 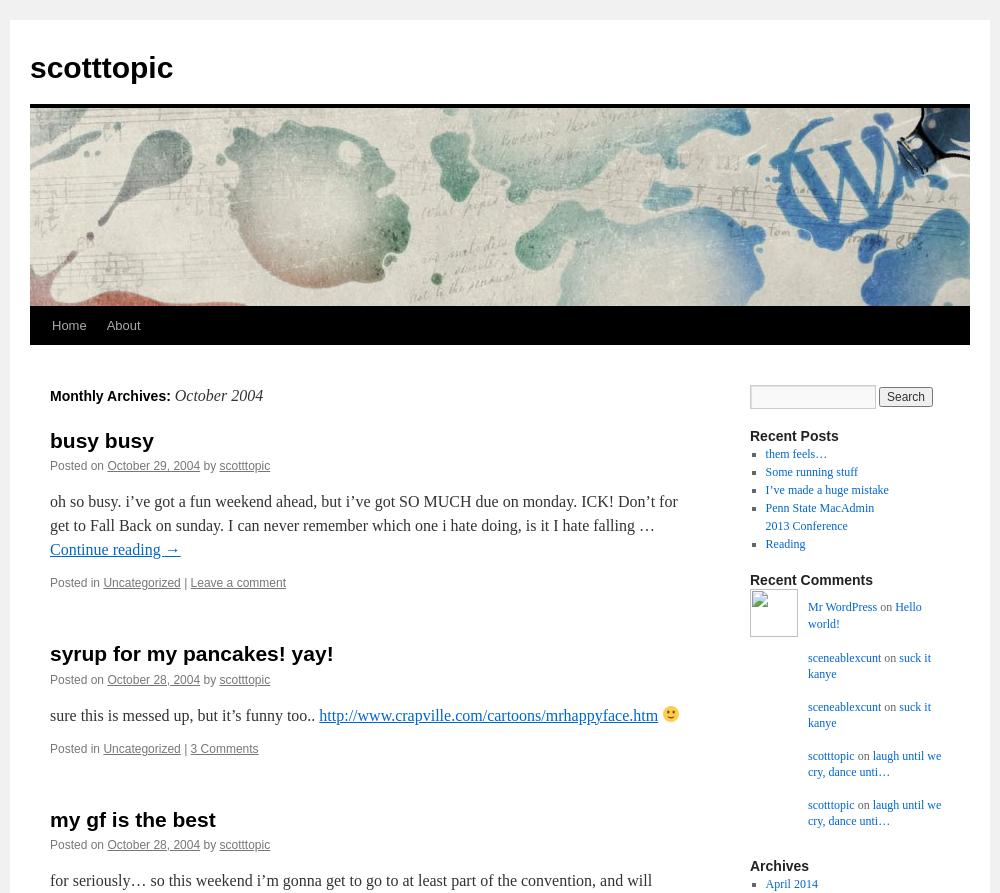 I want to click on 'oh so busy. i’ve got a fun weekend ahead, but i’ve got SO MUCH due on monday. ICK! Don’t for get to Fall Back on sunday. I can never remember which one i hate doing, is it I hate falling …', so click(x=362, y=512).